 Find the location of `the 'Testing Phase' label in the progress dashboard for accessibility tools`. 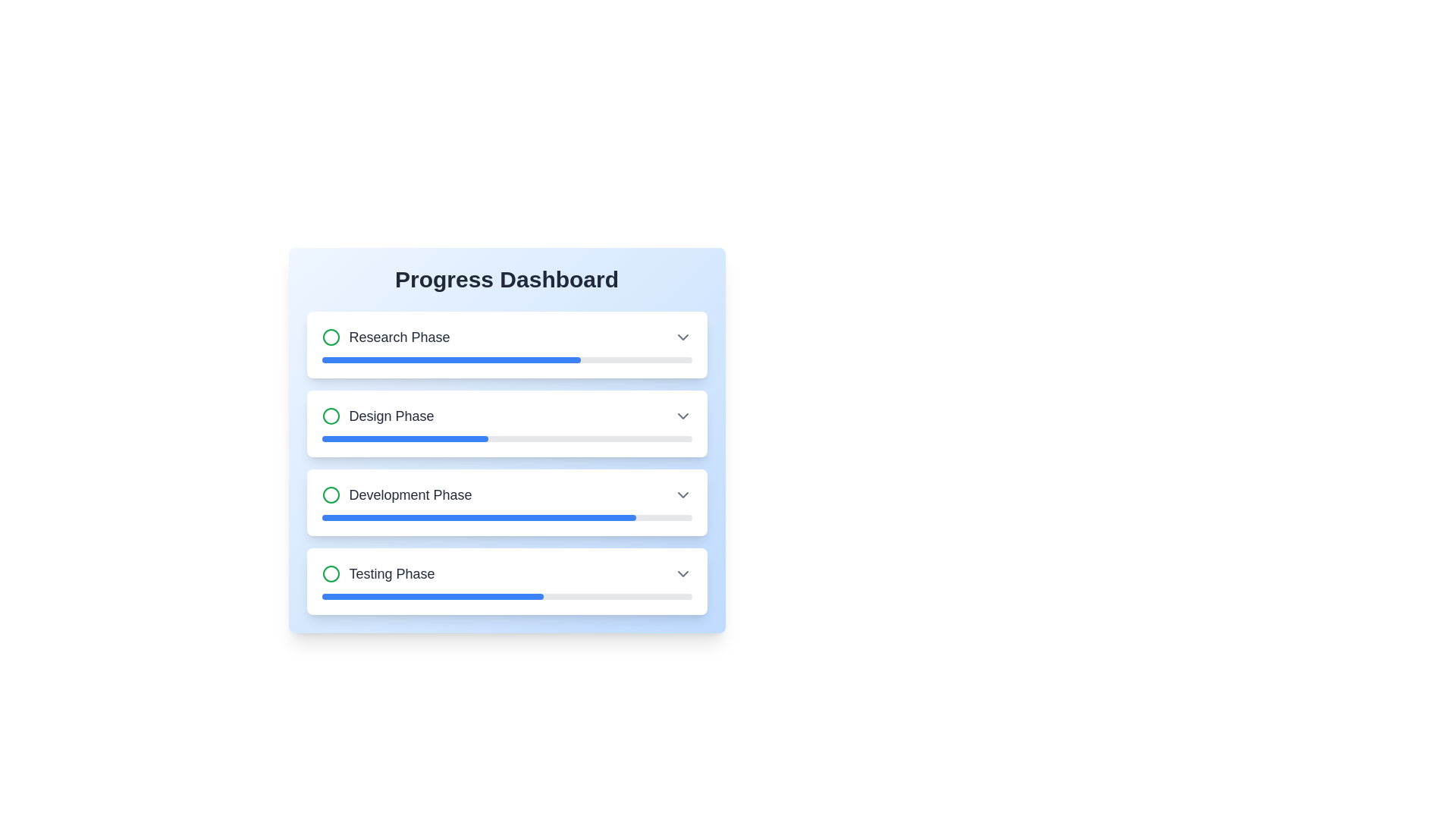

the 'Testing Phase' label in the progress dashboard for accessibility tools is located at coordinates (378, 573).